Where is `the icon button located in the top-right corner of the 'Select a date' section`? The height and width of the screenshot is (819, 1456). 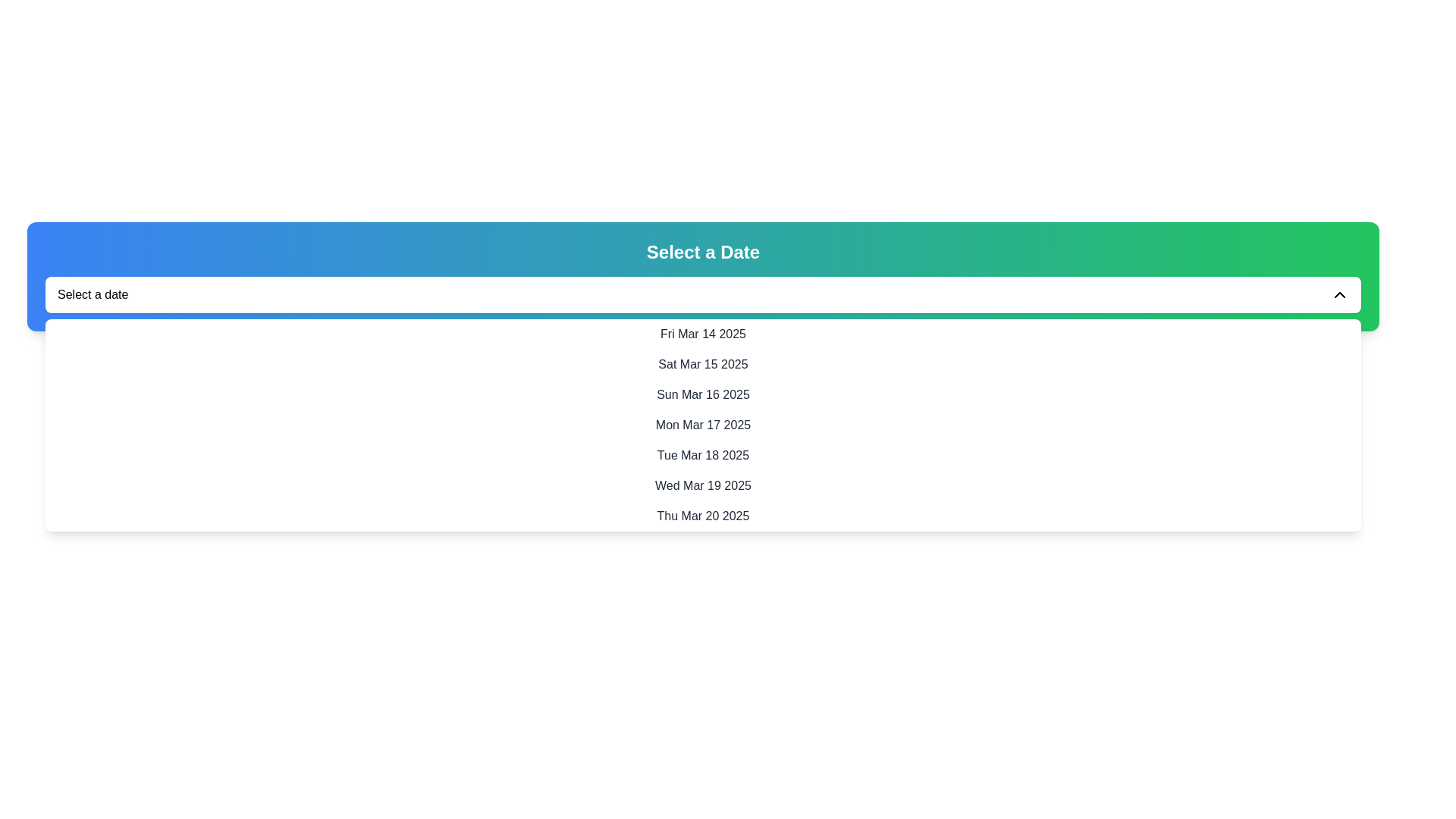
the icon button located in the top-right corner of the 'Select a date' section is located at coordinates (1339, 295).